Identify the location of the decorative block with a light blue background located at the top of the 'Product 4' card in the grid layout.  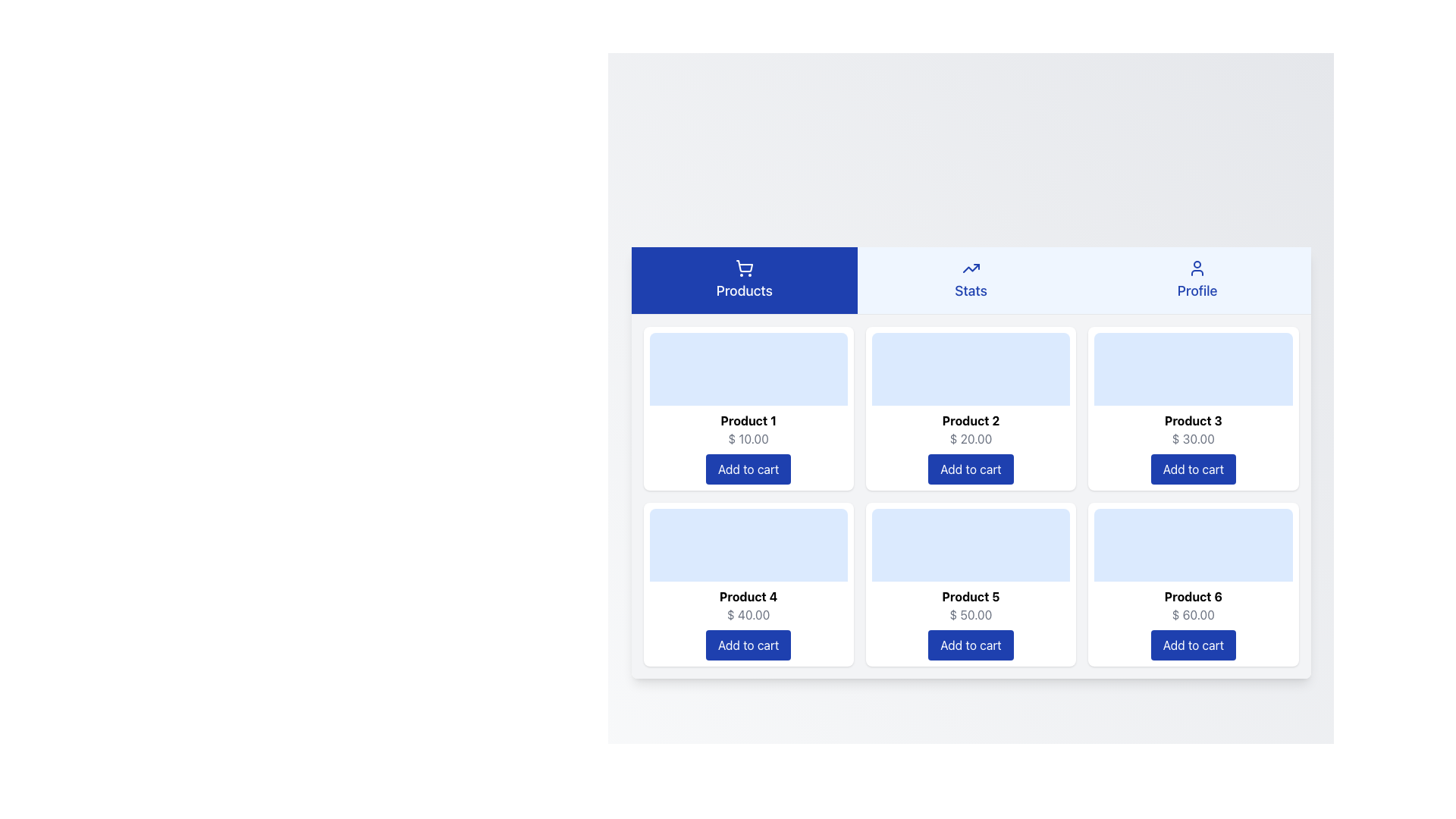
(748, 544).